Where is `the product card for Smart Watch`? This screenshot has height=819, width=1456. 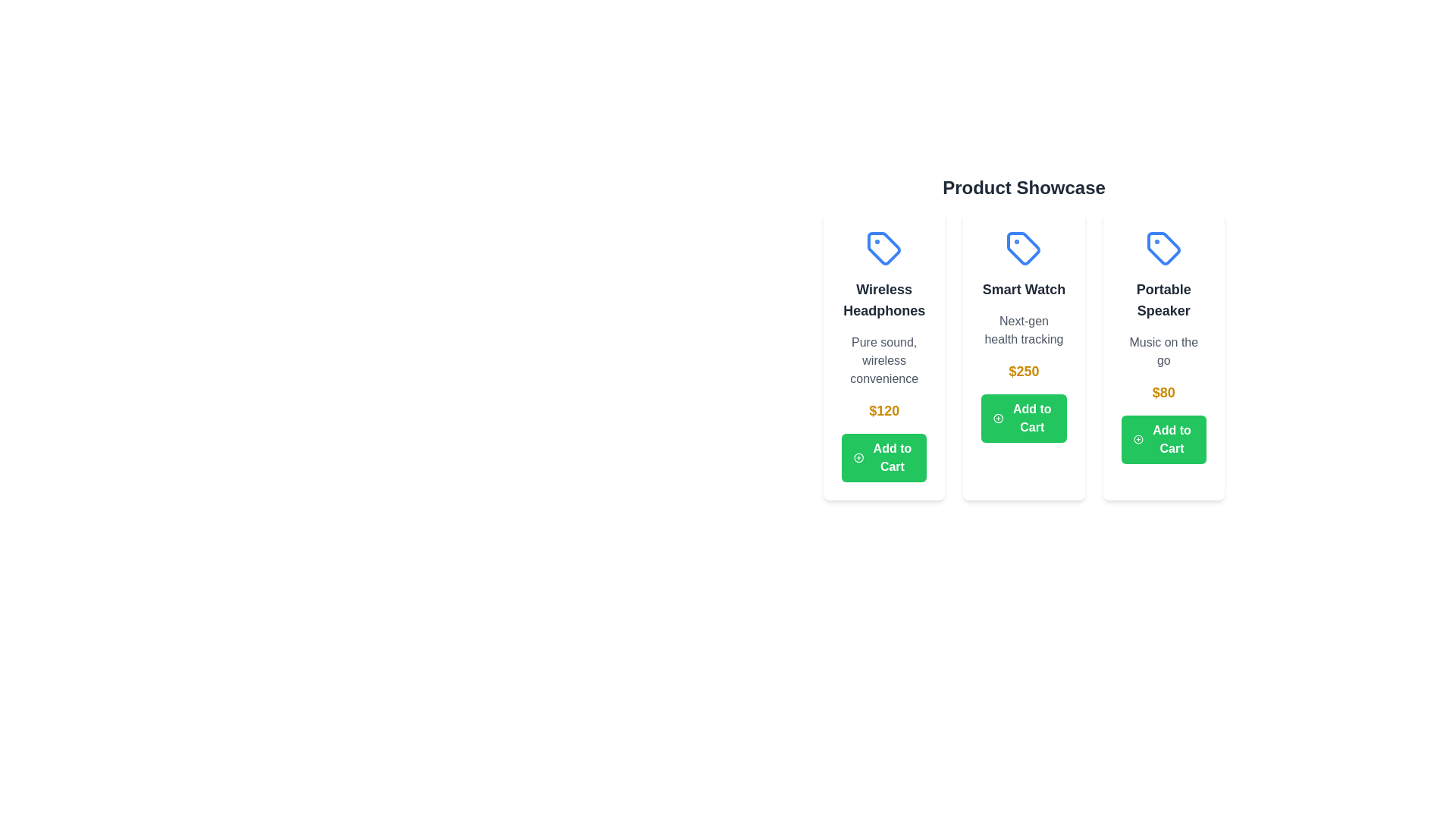 the product card for Smart Watch is located at coordinates (1023, 356).